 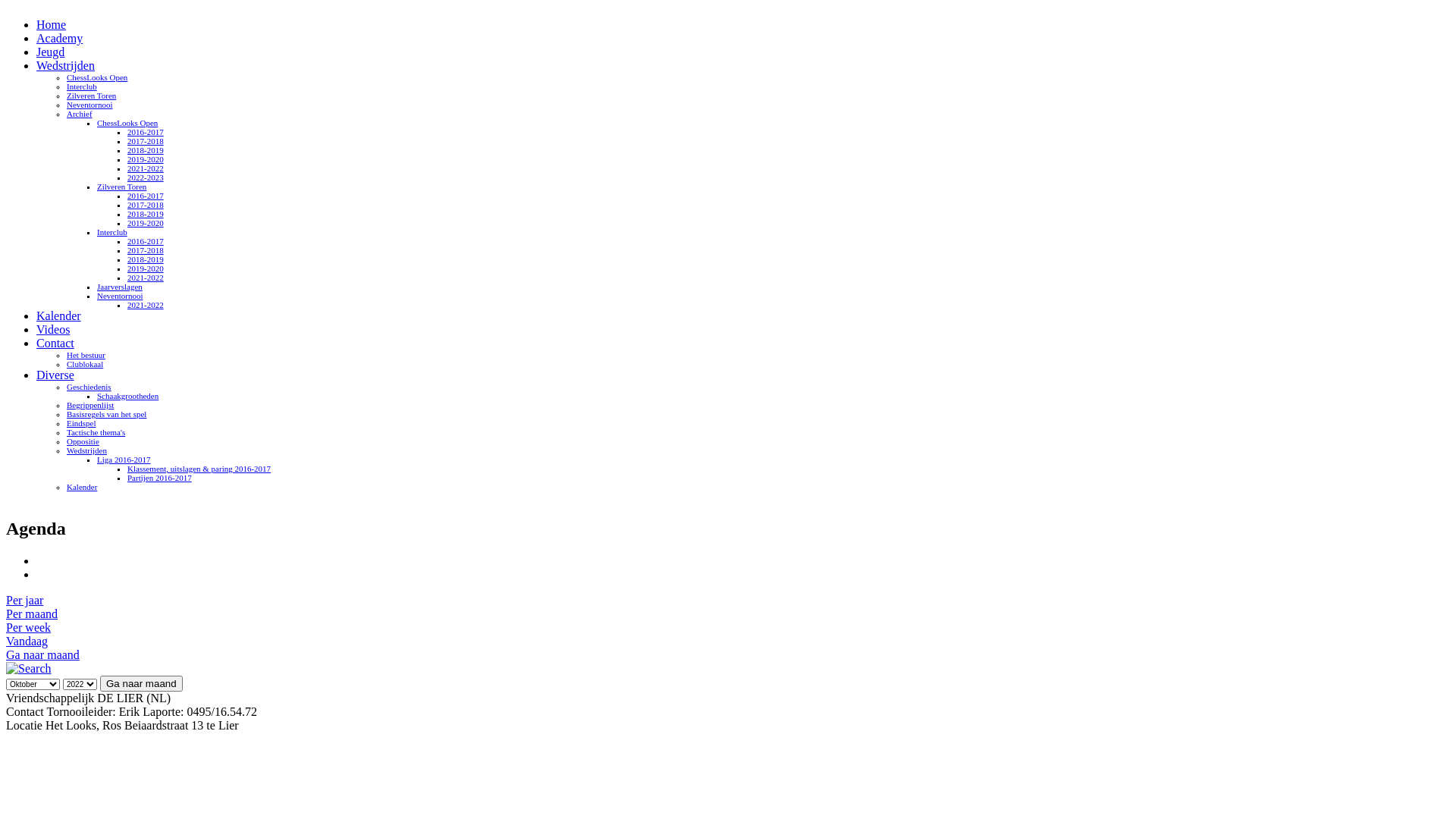 What do you see at coordinates (159, 476) in the screenshot?
I see `'Partijen 2016-2017'` at bounding box center [159, 476].